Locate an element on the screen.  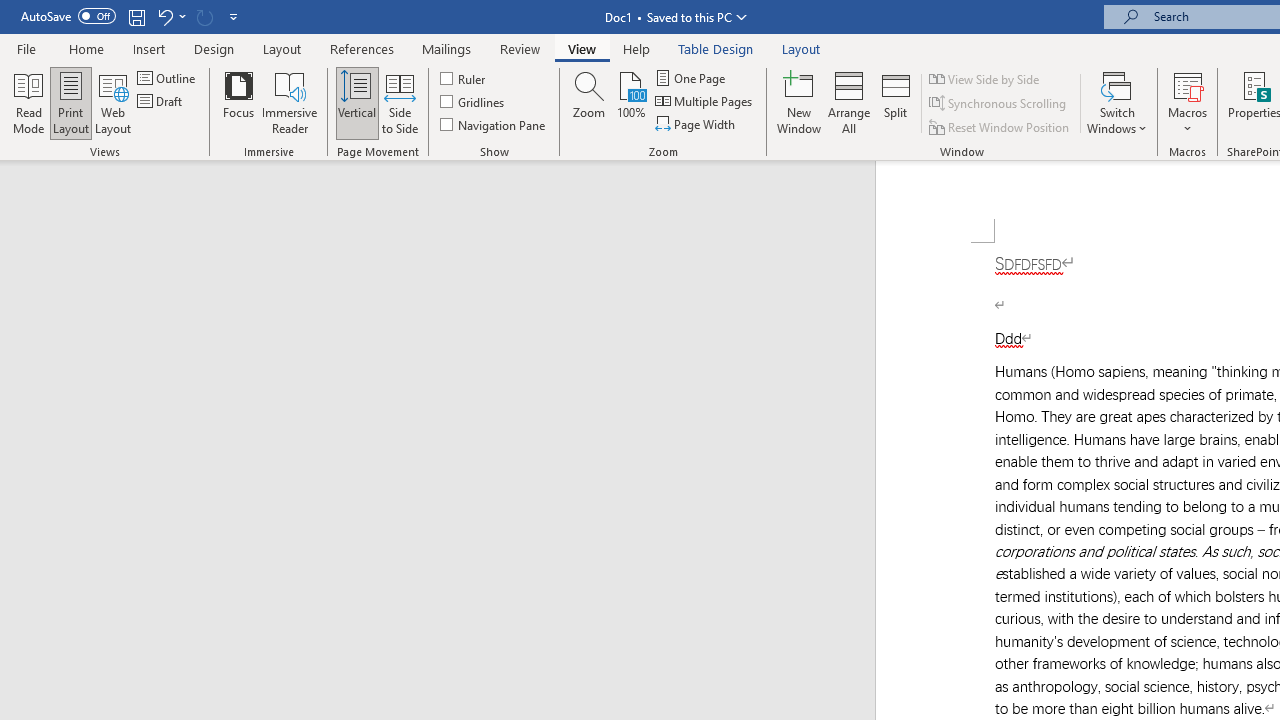
'Outline' is located at coordinates (168, 77).